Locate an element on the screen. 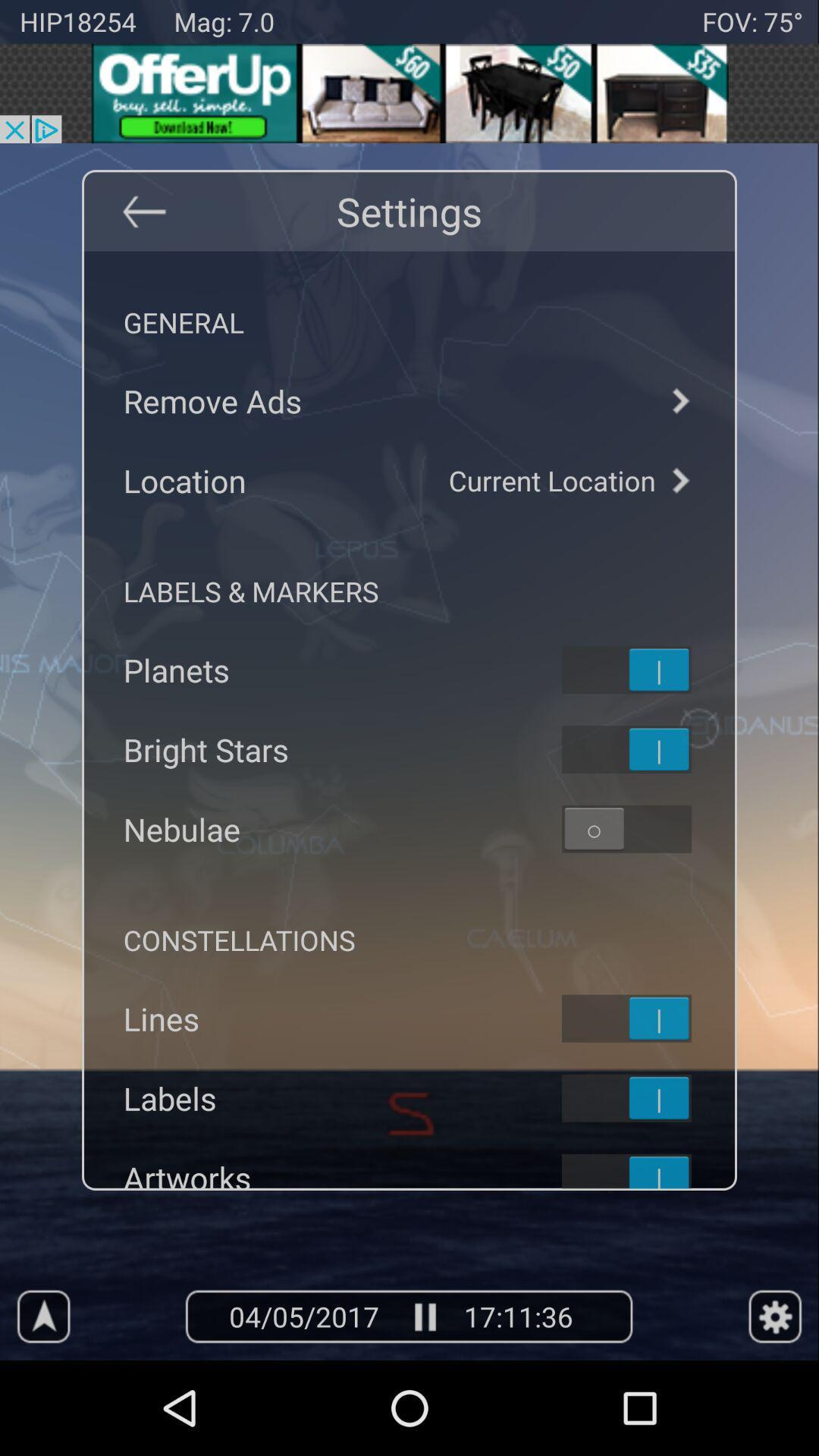 This screenshot has height=1456, width=819. move is located at coordinates (646, 1018).